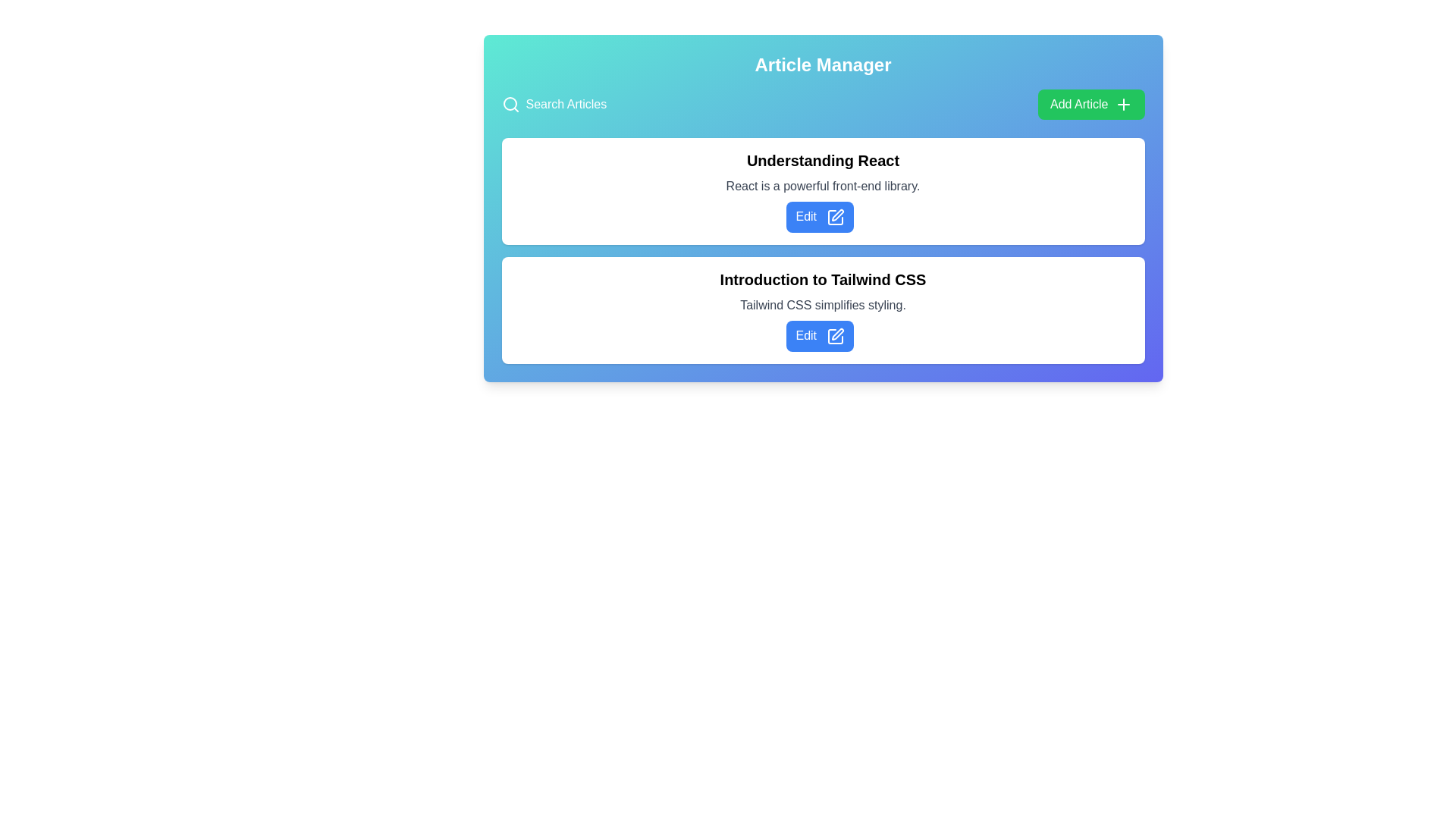 The height and width of the screenshot is (819, 1456). Describe the element at coordinates (834, 335) in the screenshot. I see `the pen-like icon next to the 'Edit' label in the blue button within the second card titled 'Introduction to Tailwind CSS'` at that location.